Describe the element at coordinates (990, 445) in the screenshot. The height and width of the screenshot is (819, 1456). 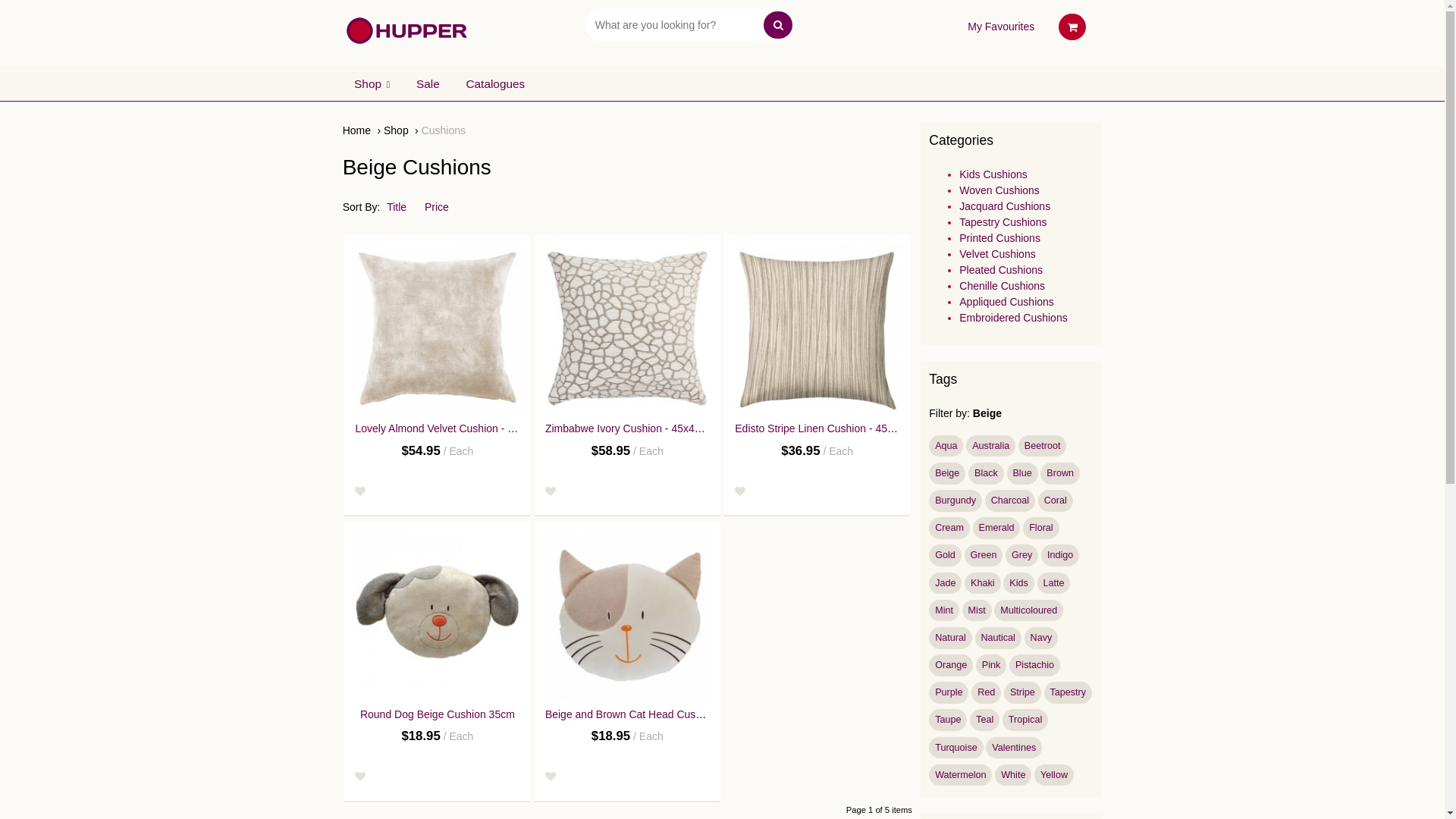
I see `'Australia'` at that location.